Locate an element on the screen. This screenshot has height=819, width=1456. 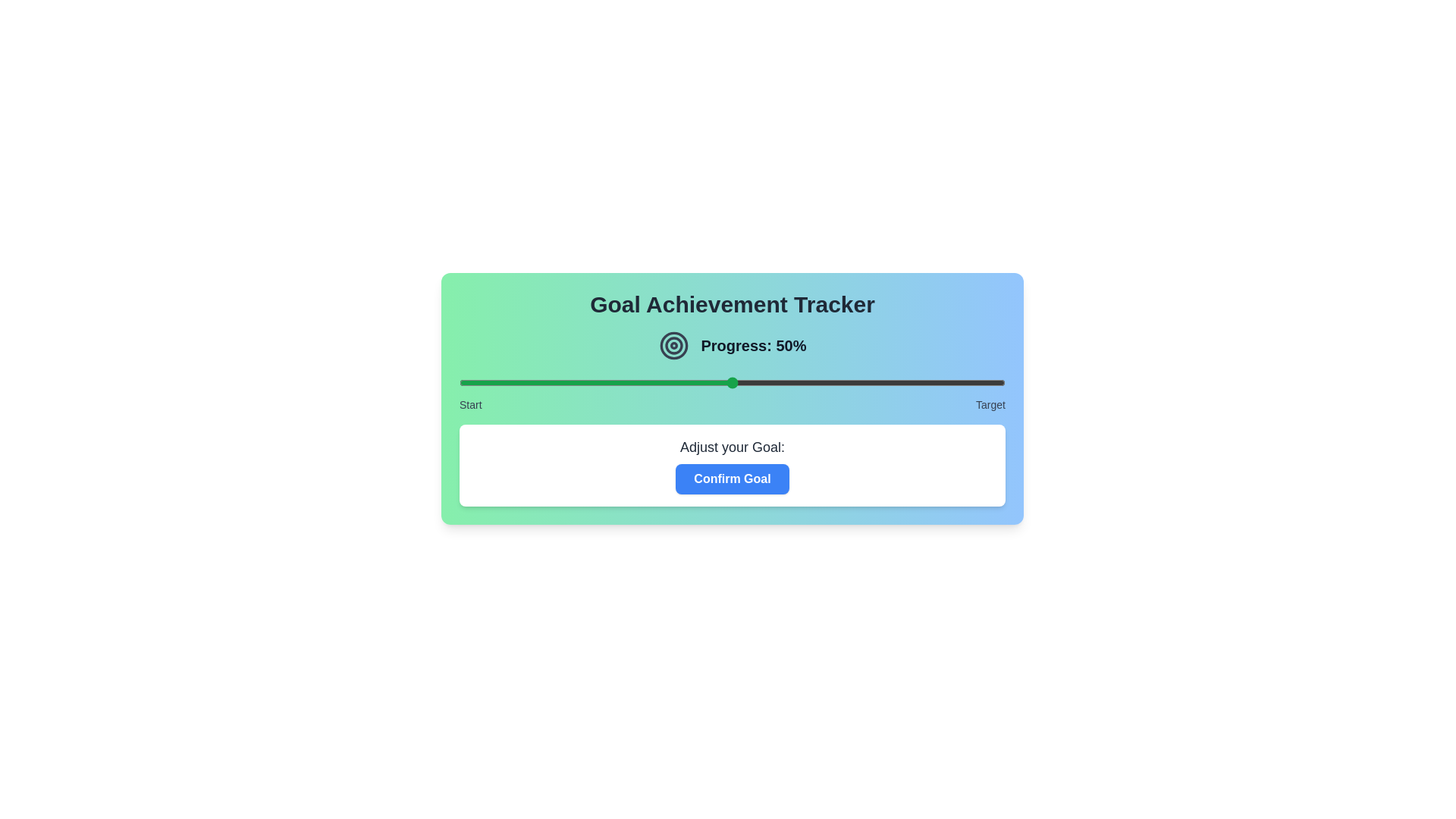
the 'Confirm Goal' button to save the selected goal is located at coordinates (732, 479).